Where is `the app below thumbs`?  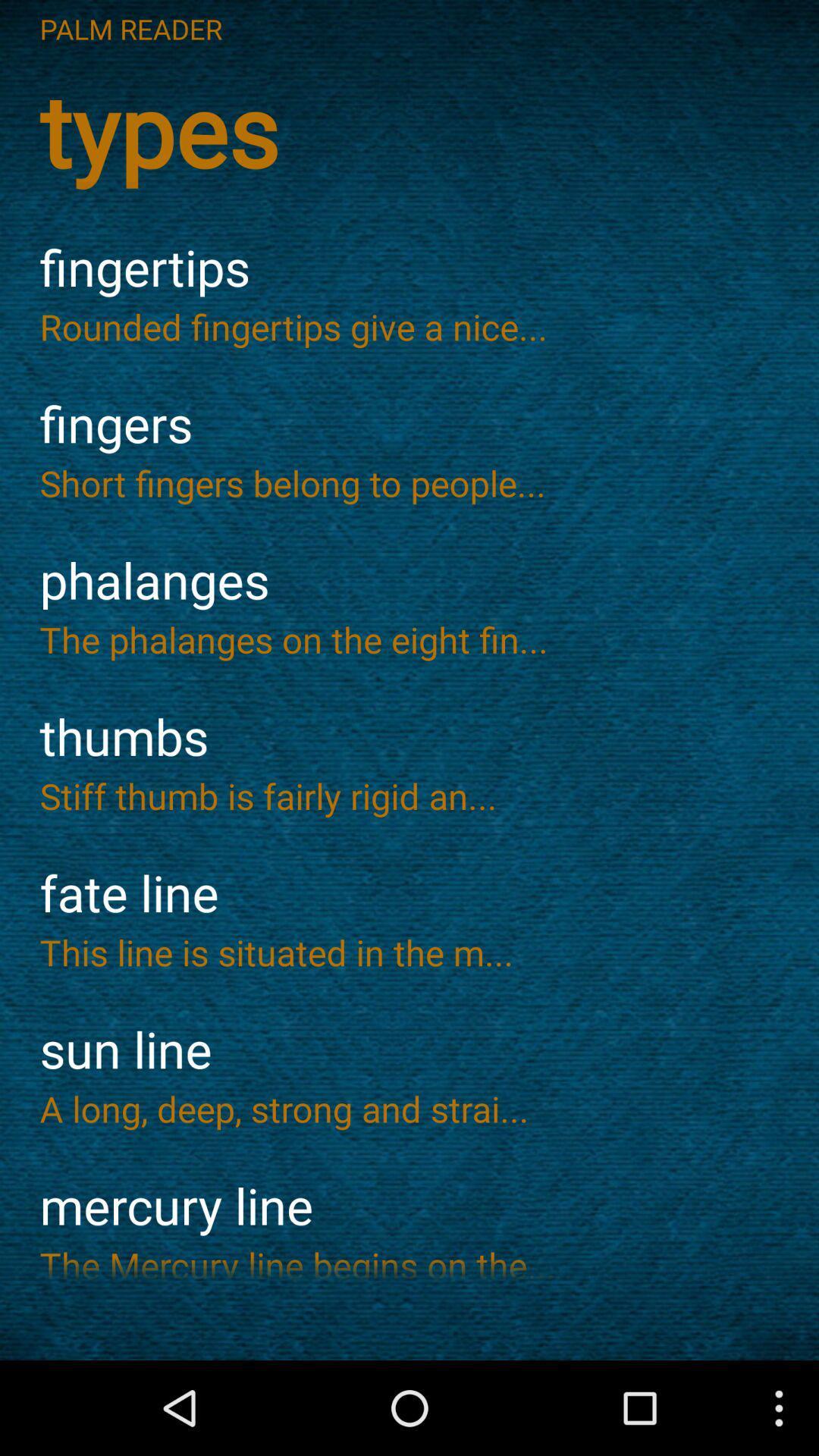
the app below thumbs is located at coordinates (409, 795).